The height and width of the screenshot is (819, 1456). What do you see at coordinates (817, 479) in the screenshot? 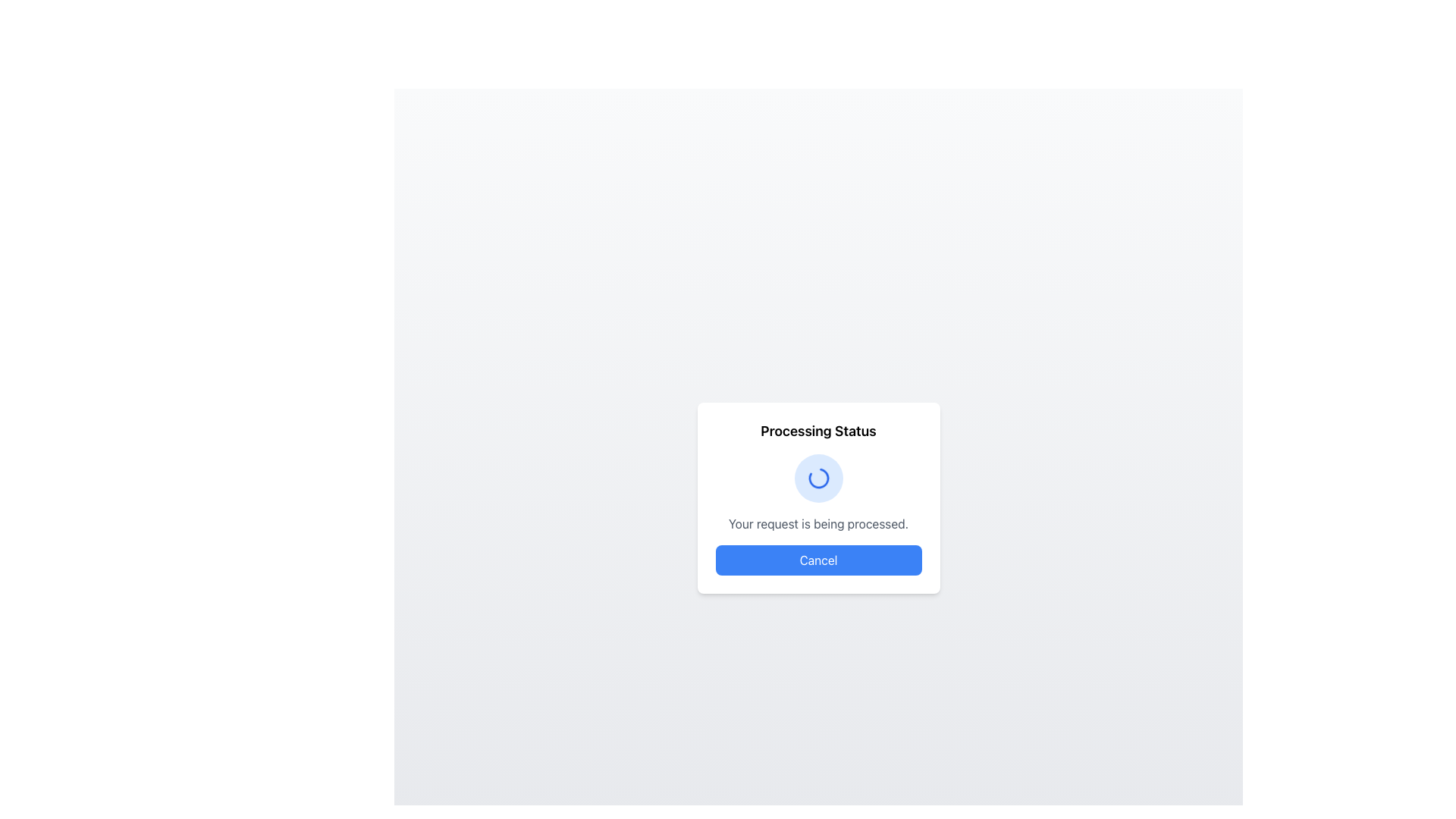
I see `the Spinner (Loading Indicator) which is a circular blue background located within a popup modal box, indicating ongoing processing` at bounding box center [817, 479].